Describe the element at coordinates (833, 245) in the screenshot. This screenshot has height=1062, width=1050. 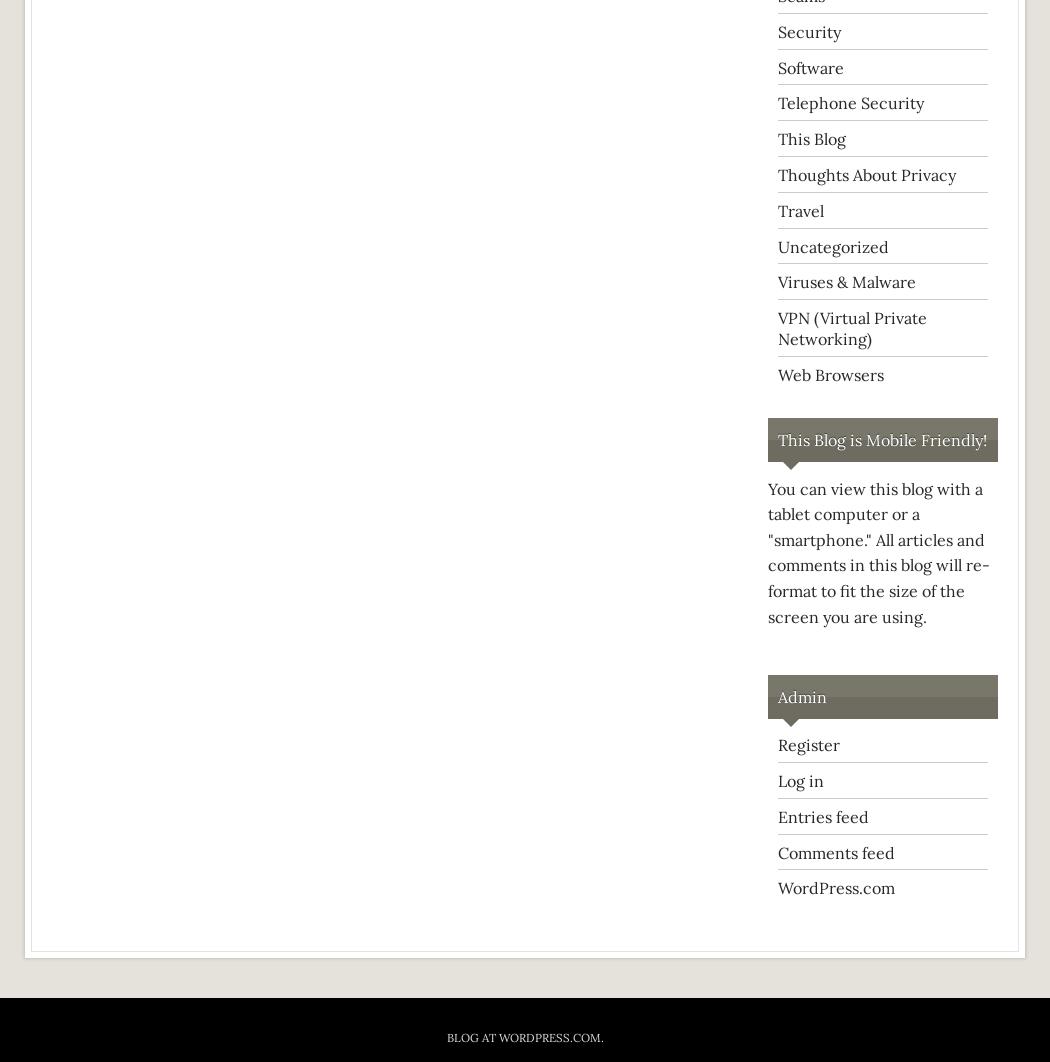
I see `'Uncategorized'` at that location.